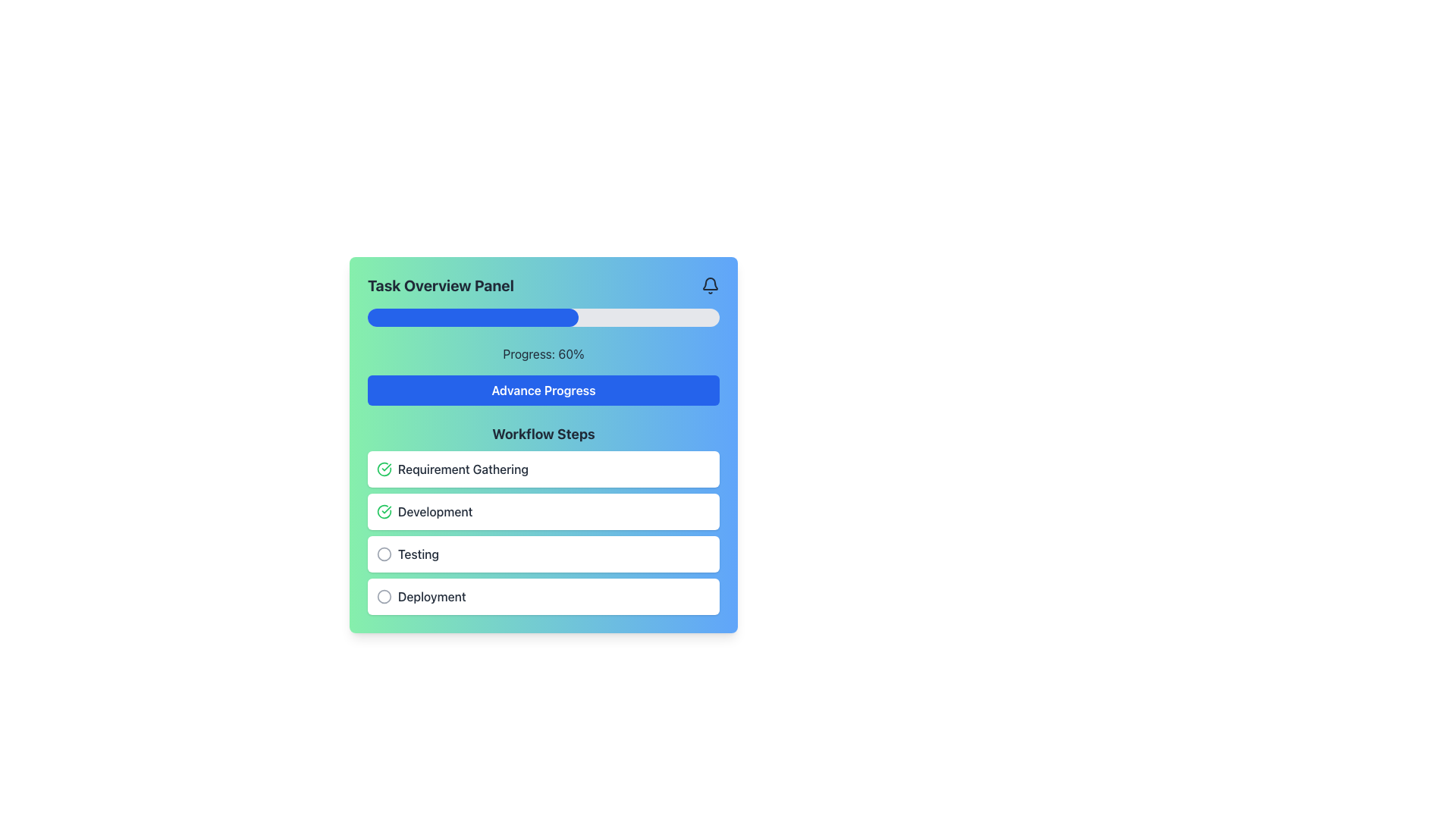 This screenshot has width=1456, height=819. I want to click on the text label that serves as the title or heading for the section containing workflow steps, positioned at the top left corner of the list portion of the panel, so click(543, 435).